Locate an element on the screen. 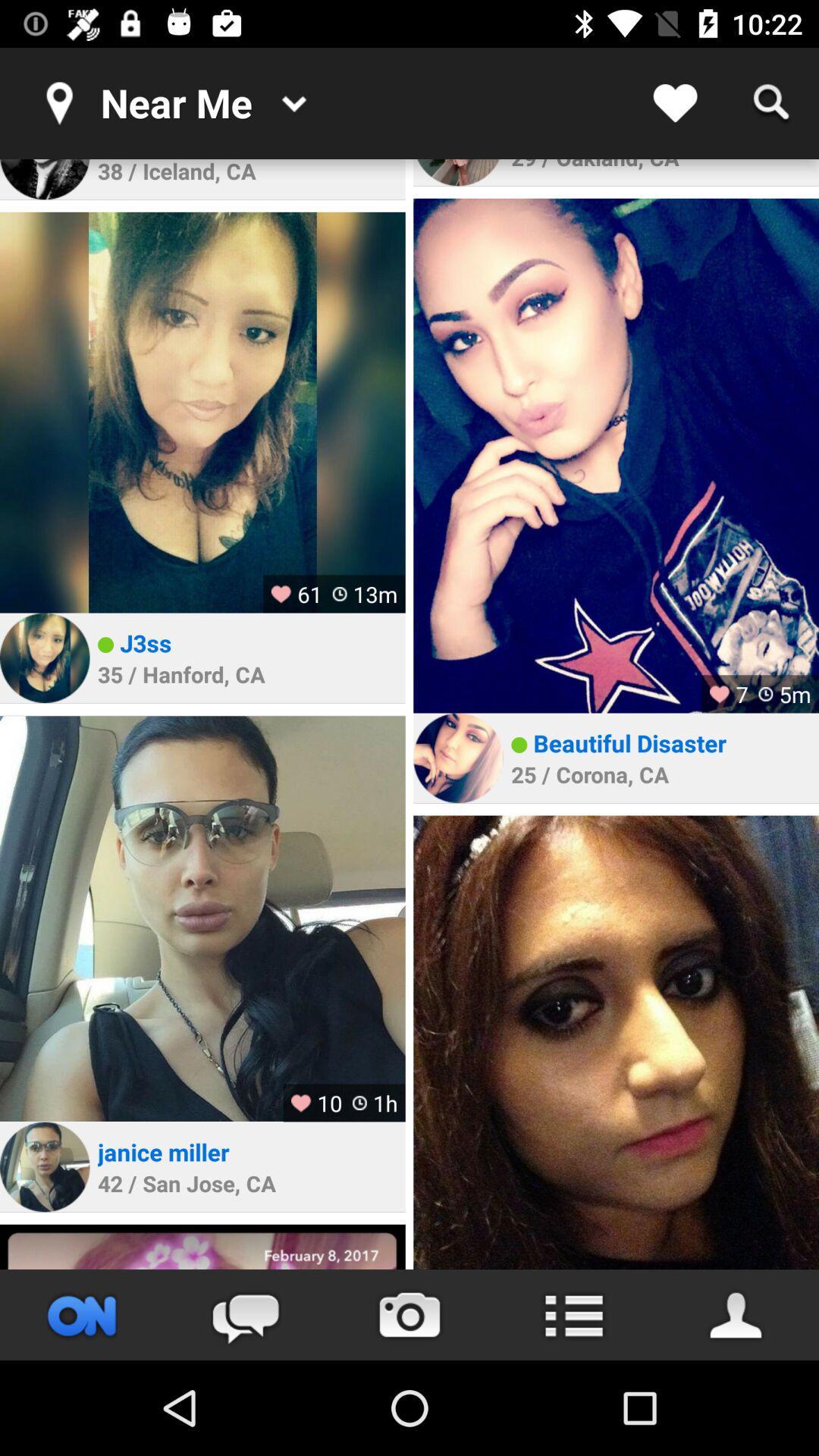 This screenshot has width=819, height=1456. open person 's profile is located at coordinates (202, 413).